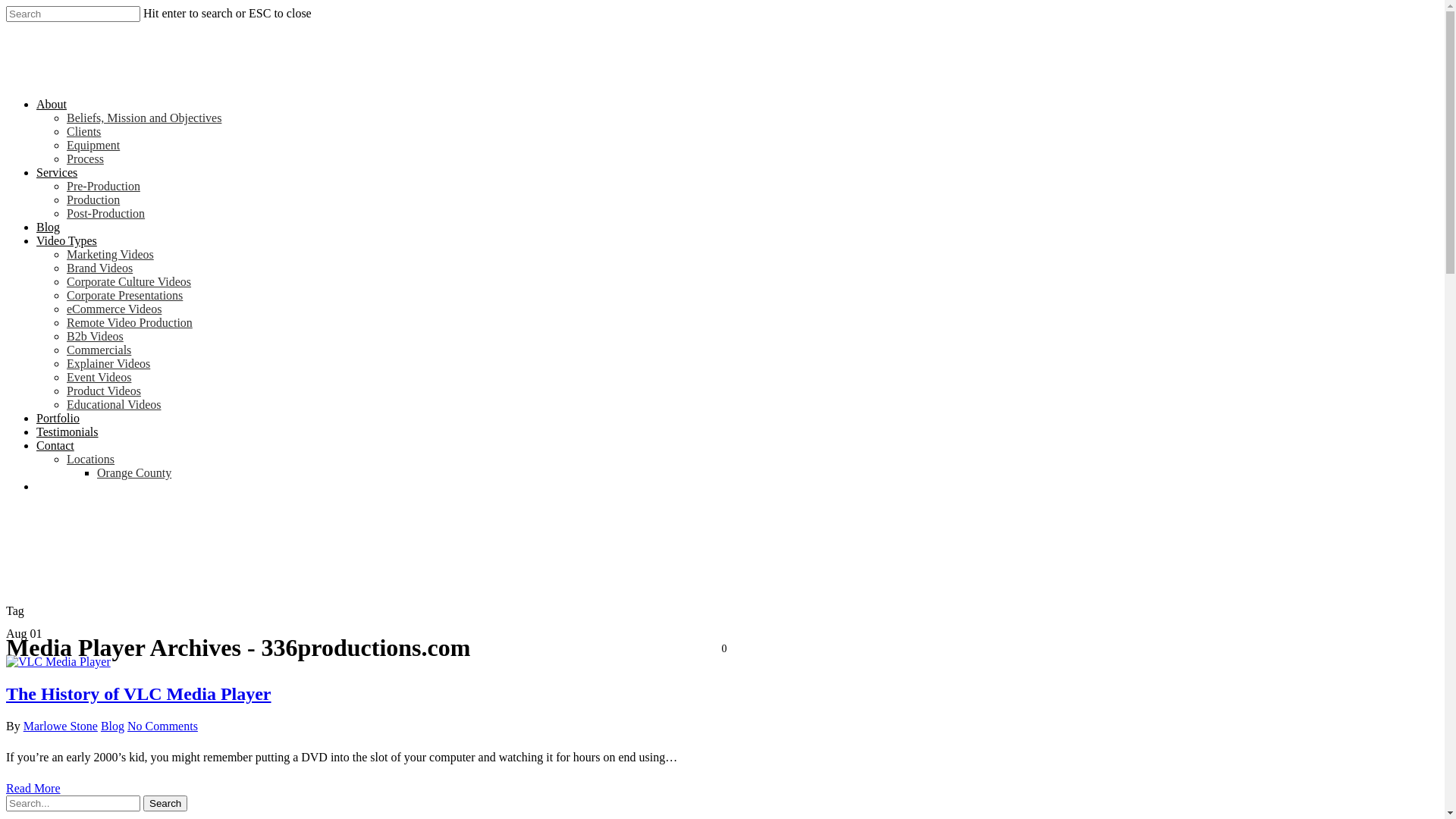  What do you see at coordinates (23, 725) in the screenshot?
I see `'Marlowe Stone'` at bounding box center [23, 725].